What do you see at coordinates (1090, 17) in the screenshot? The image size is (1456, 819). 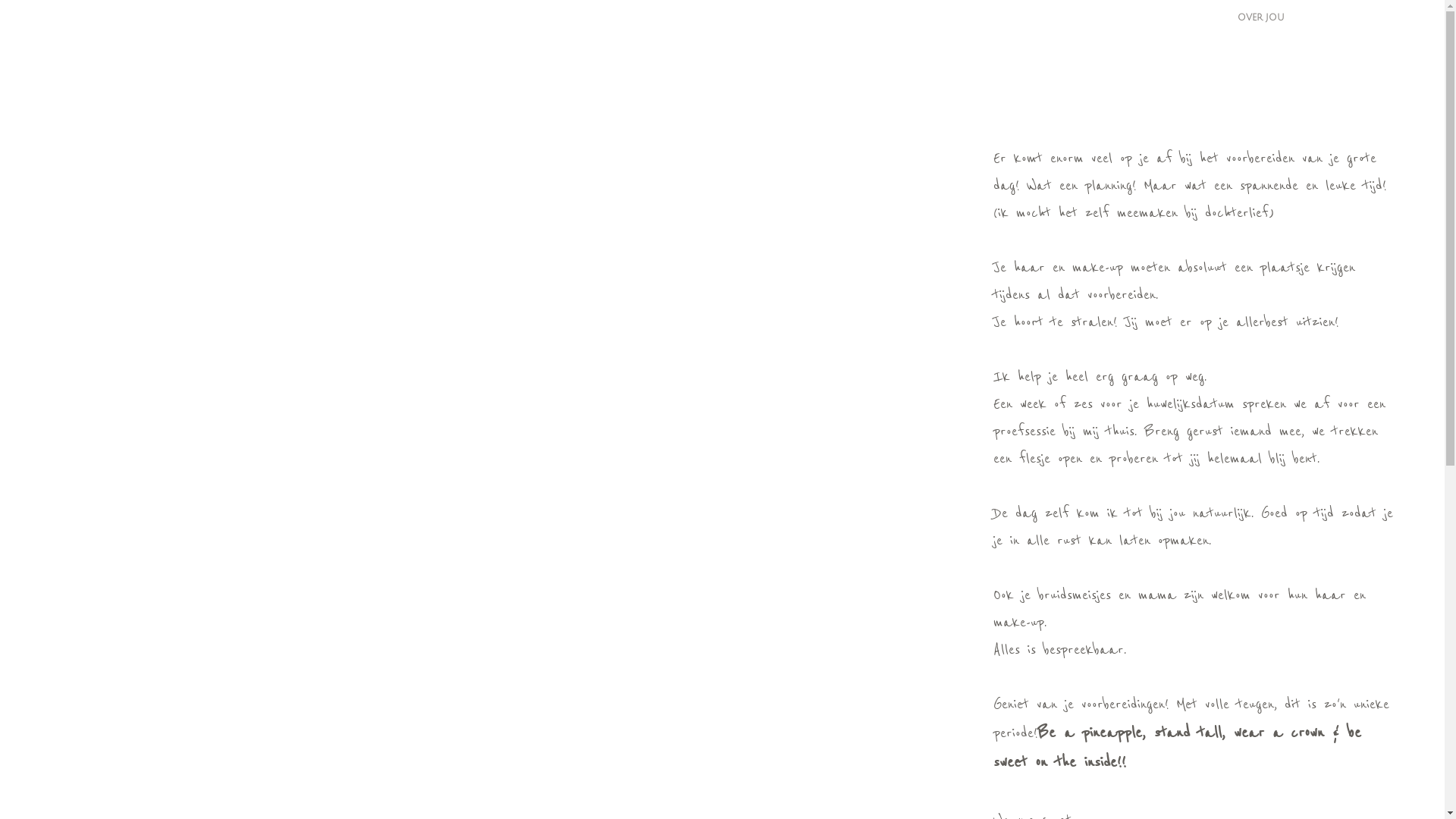 I see `'OVER MIJ'` at bounding box center [1090, 17].